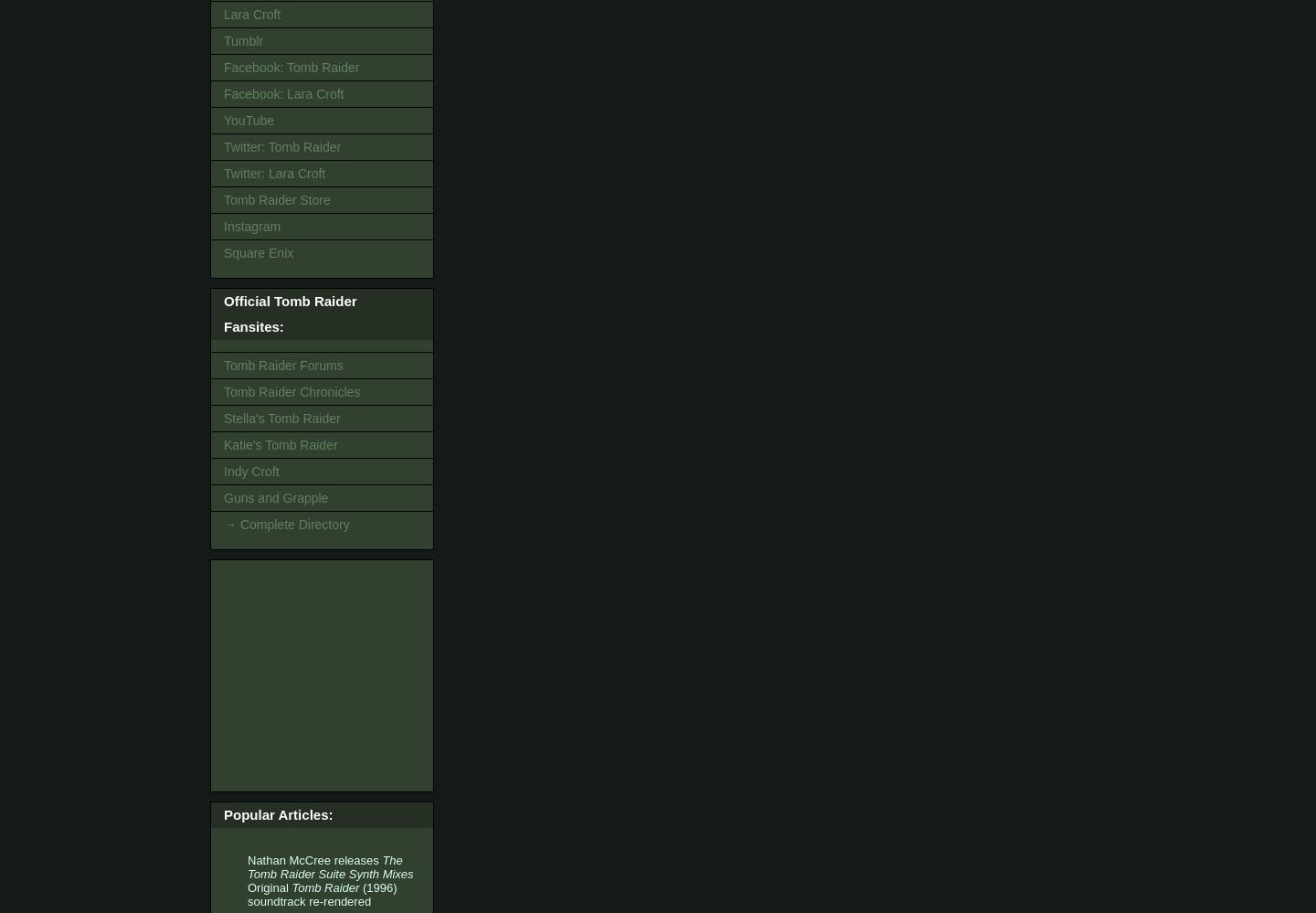  Describe the element at coordinates (281, 445) in the screenshot. I see `'Katie's Tomb Raider'` at that location.